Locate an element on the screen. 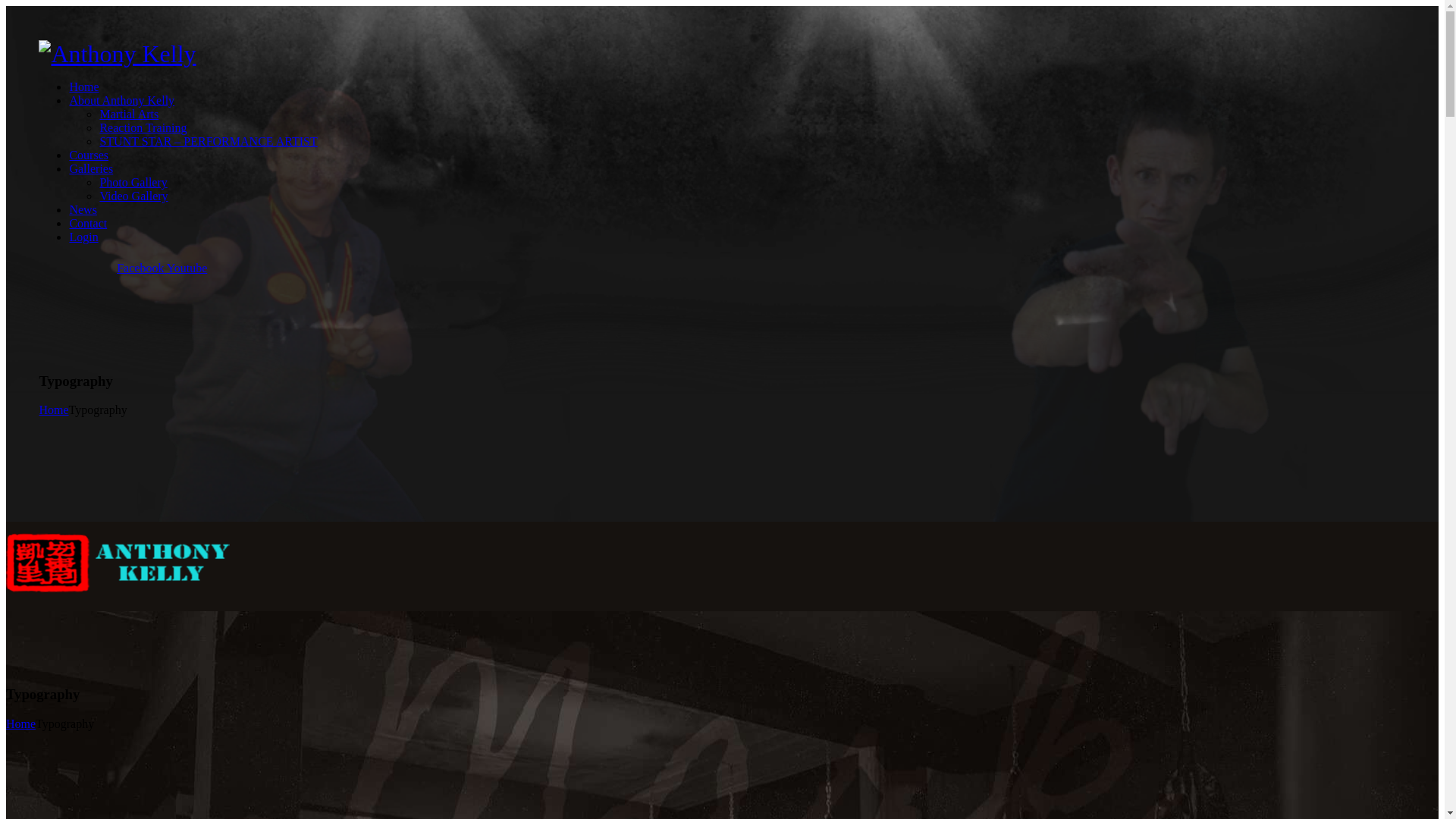  'Video Gallery' is located at coordinates (133, 195).